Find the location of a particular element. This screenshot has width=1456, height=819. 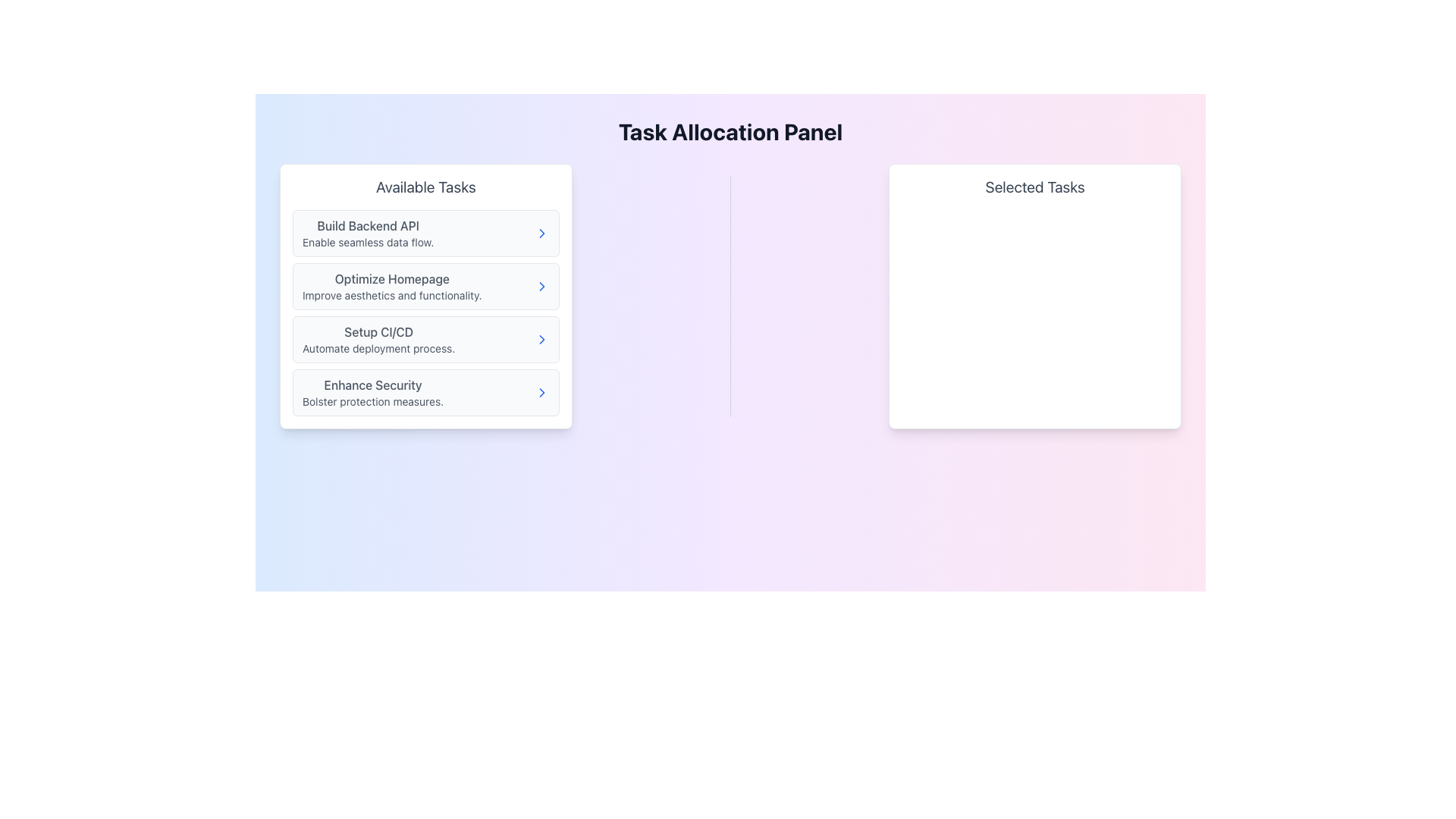

the chevron icon button on the right side of the list item labeled 'Build Backend API' is located at coordinates (541, 234).